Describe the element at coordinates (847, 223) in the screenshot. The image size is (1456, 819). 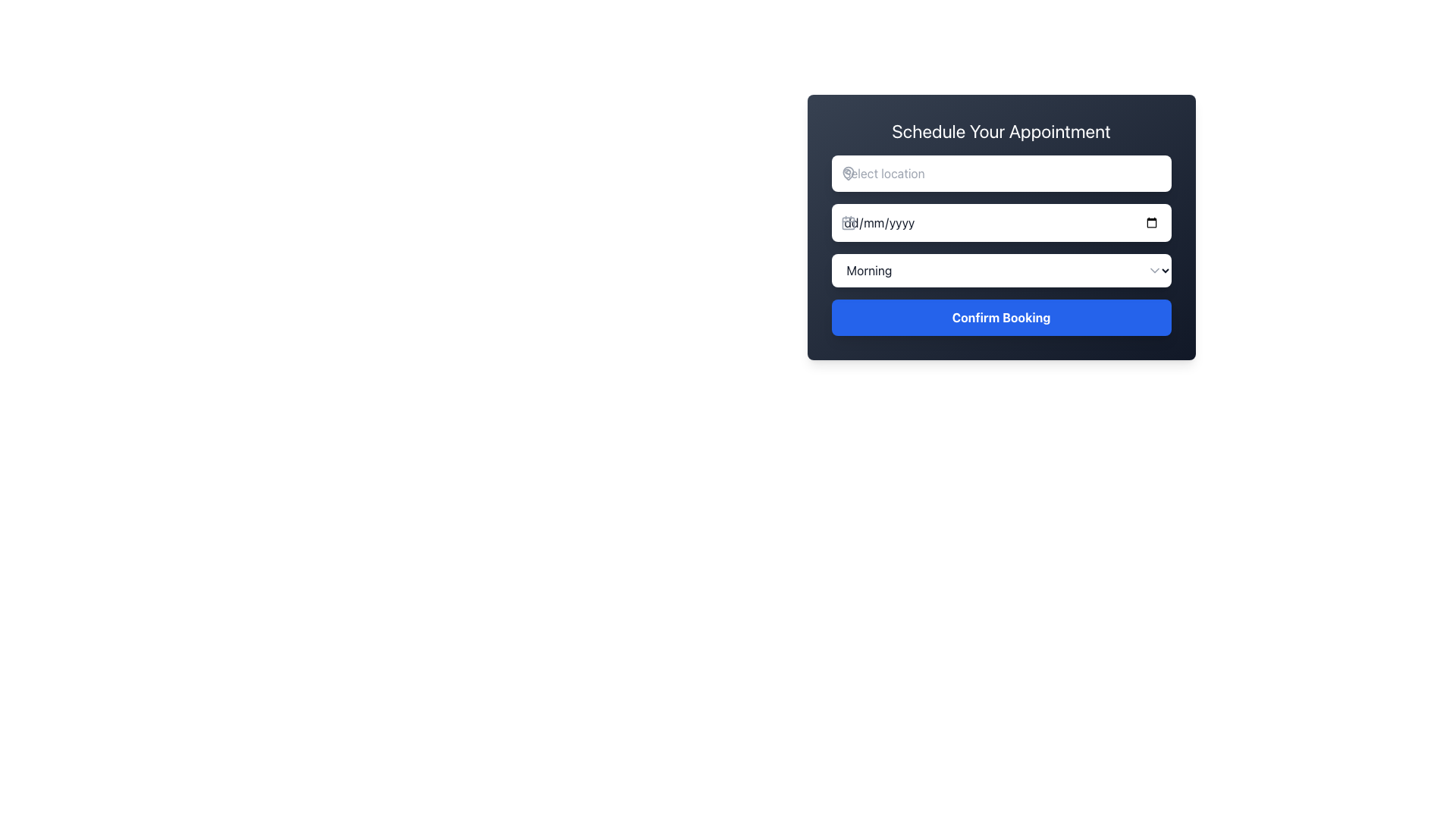
I see `the calendar icon's date input field element, which is a rectangular block with rounded corners, filled with white and surrounded by black strokes, located in the lower center region of the calendar icon` at that location.